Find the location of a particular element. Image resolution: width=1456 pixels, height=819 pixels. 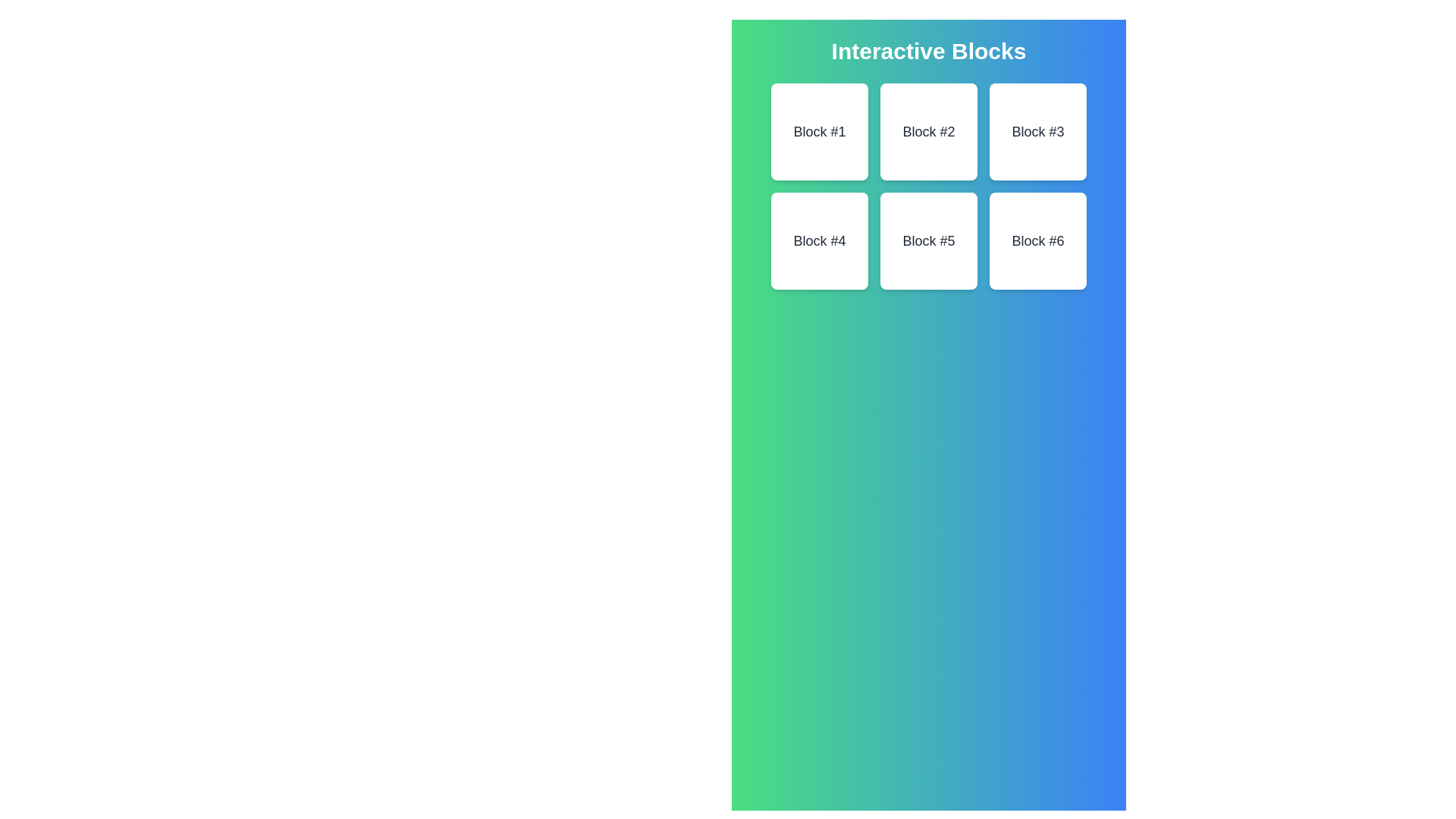

the square-shaped interactive area labeled 'Block #1' with a white background and rounded corners, located in the top-left corner of the grid is located at coordinates (818, 130).